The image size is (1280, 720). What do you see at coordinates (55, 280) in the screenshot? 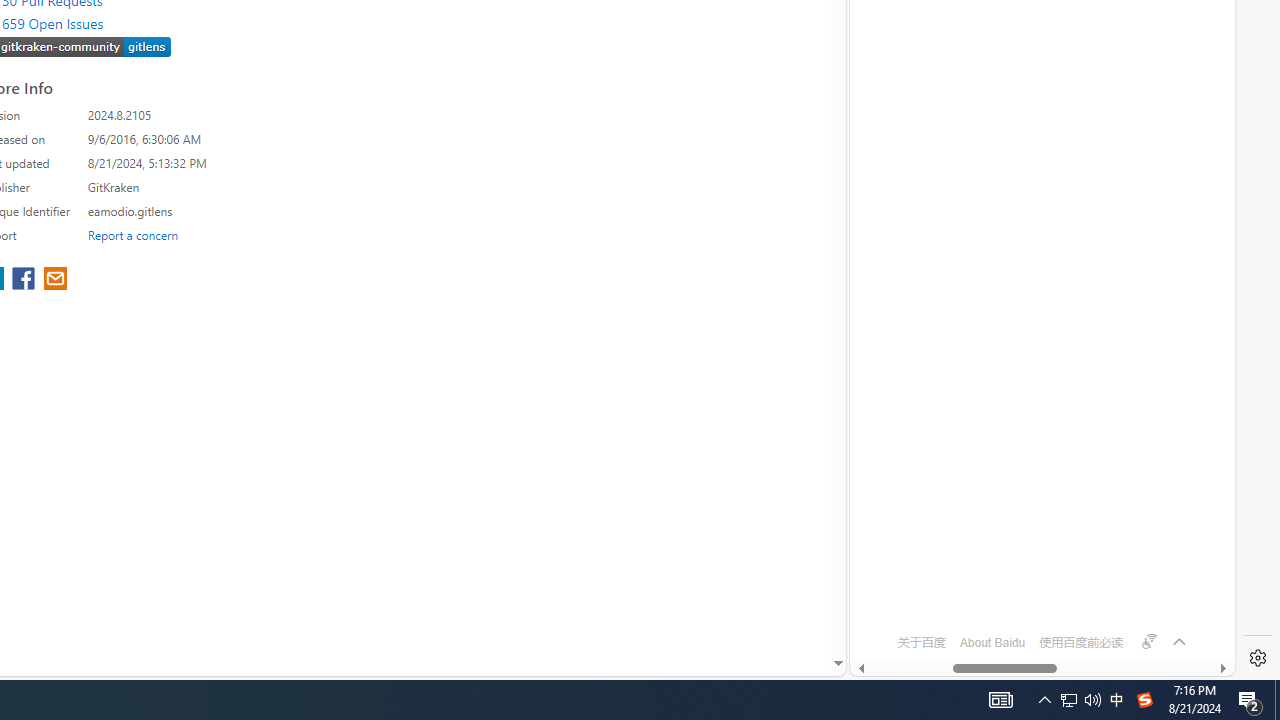
I see `'share extension on email'` at bounding box center [55, 280].